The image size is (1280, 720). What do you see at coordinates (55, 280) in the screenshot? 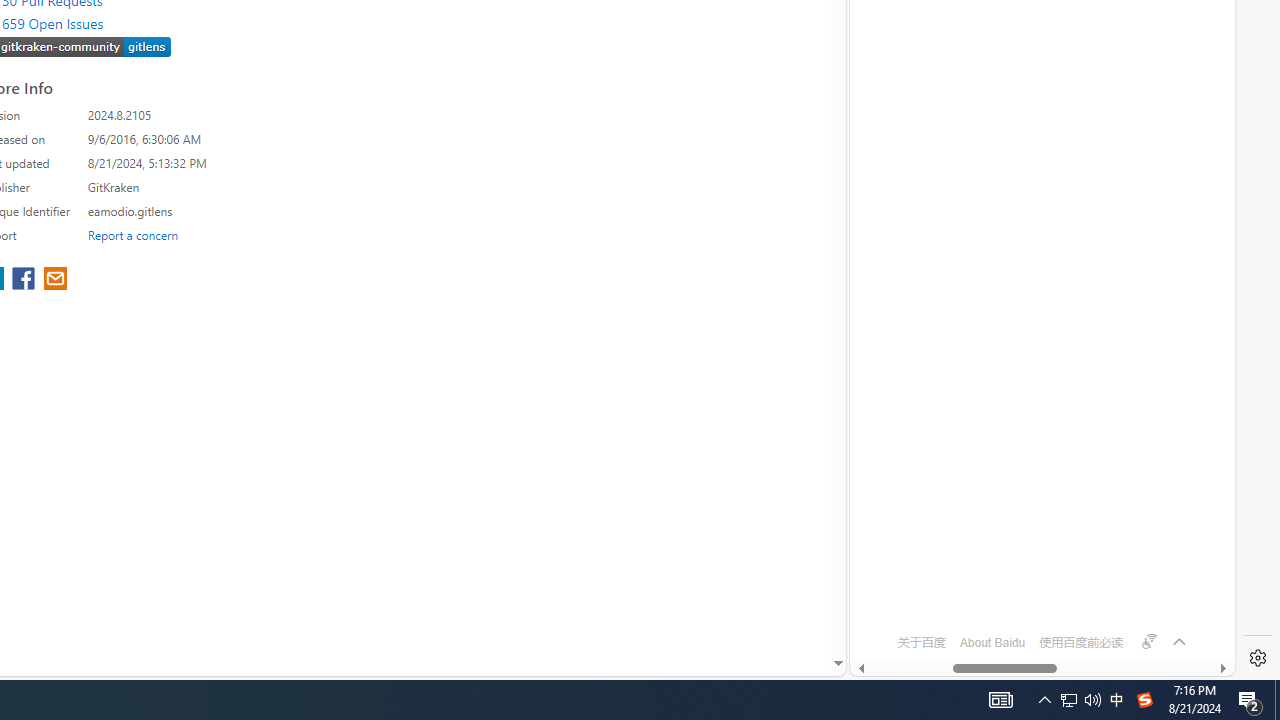
I see `'share extension on email'` at bounding box center [55, 280].